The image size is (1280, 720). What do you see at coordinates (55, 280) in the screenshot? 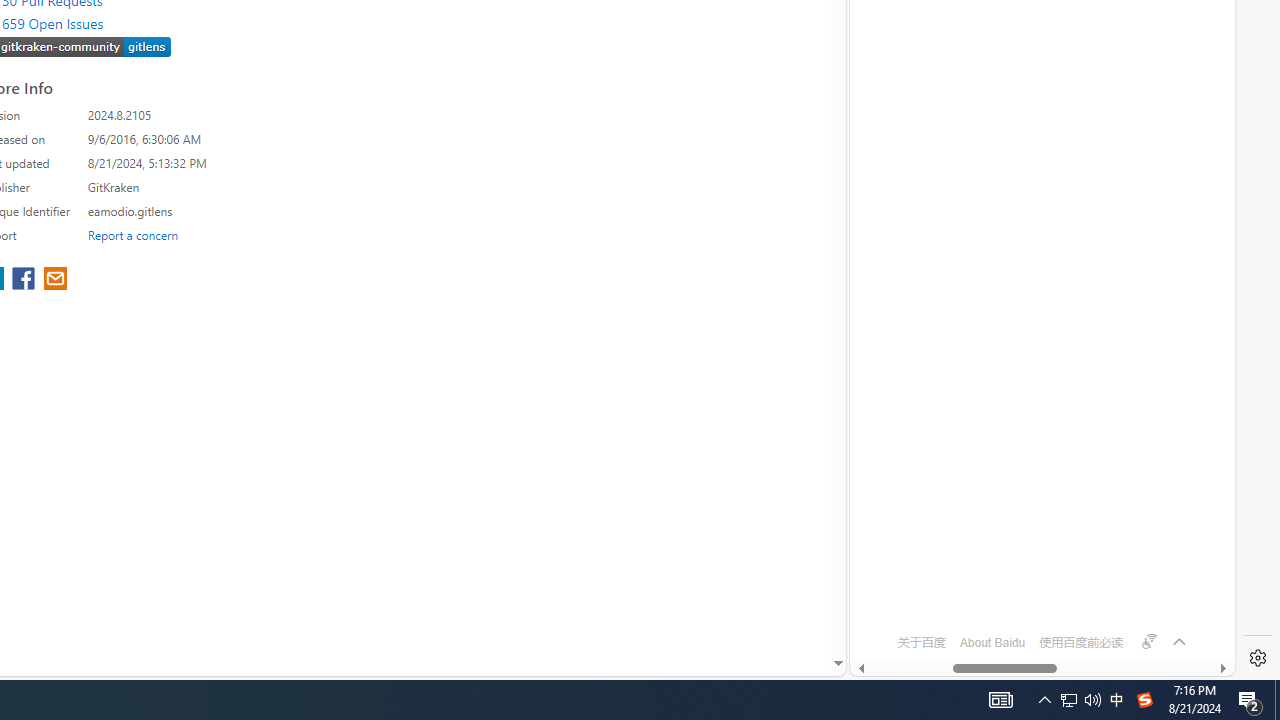
I see `'share extension on email'` at bounding box center [55, 280].